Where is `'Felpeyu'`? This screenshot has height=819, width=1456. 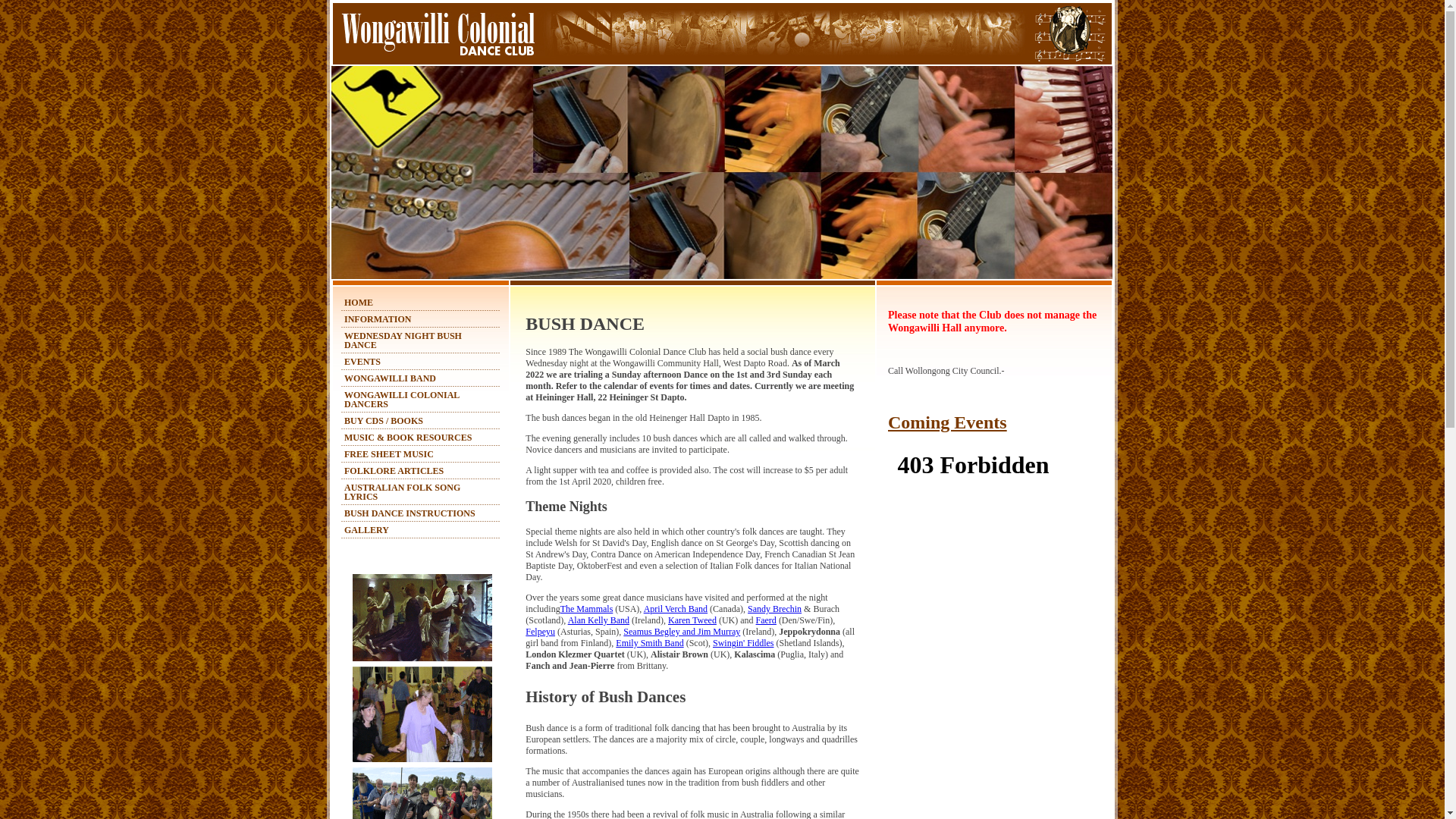
'Felpeyu' is located at coordinates (525, 632).